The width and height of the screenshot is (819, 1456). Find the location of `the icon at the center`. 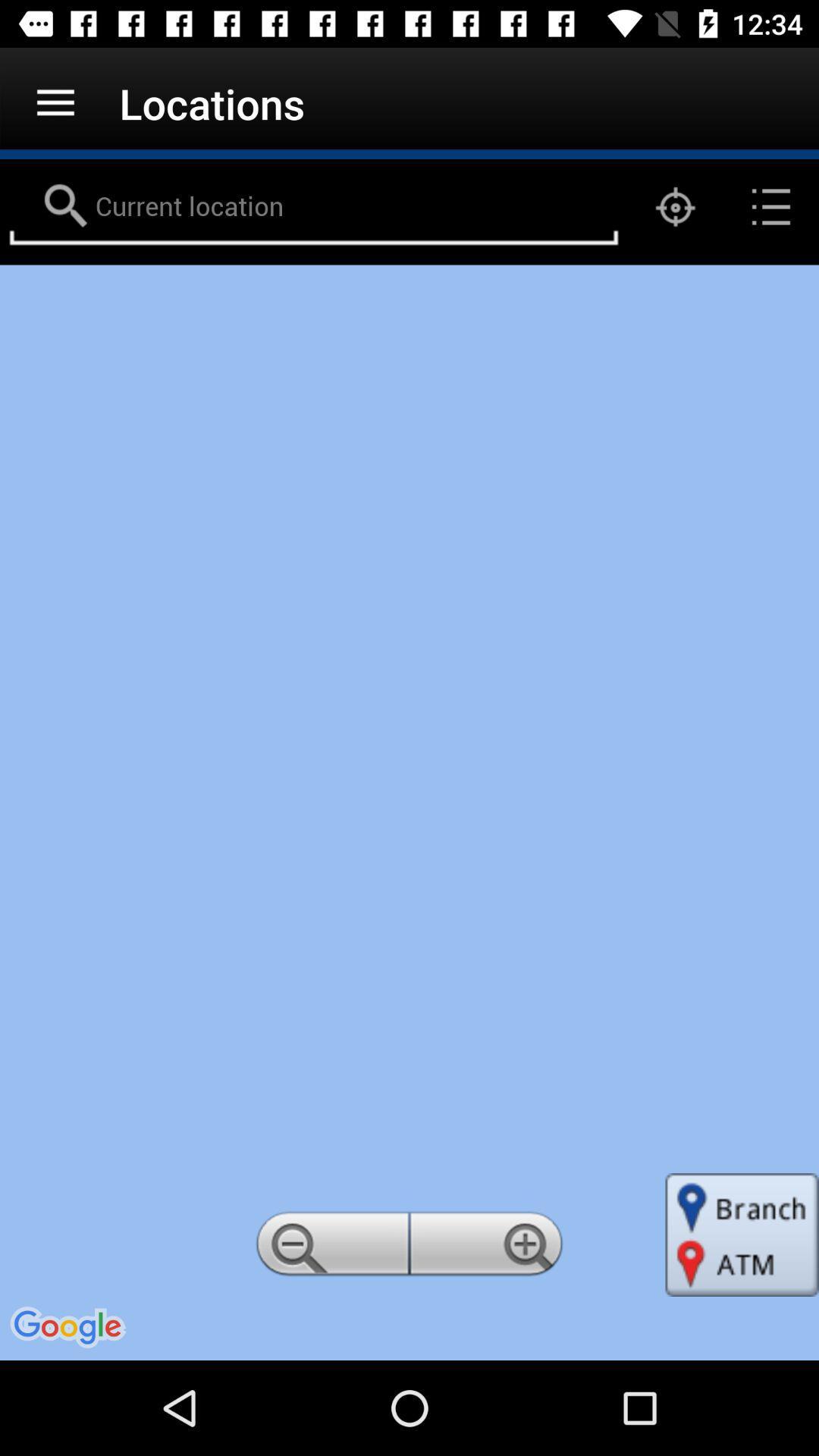

the icon at the center is located at coordinates (409, 811).